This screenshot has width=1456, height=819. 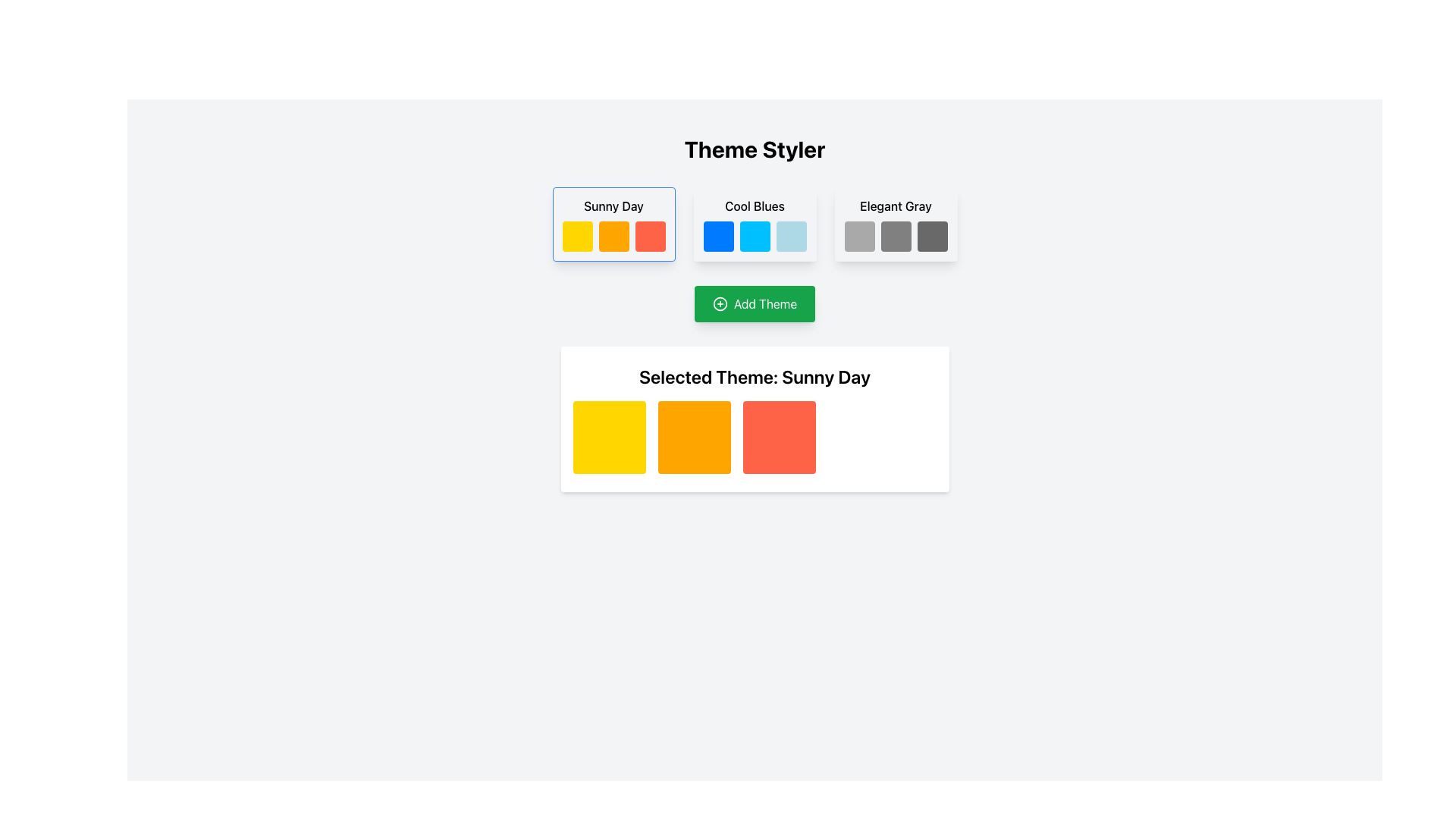 What do you see at coordinates (576, 237) in the screenshot?
I see `the first yellow color box with rounded corners in the 'Sunny Day' theme selector of the 'Theme Styler' interface` at bounding box center [576, 237].